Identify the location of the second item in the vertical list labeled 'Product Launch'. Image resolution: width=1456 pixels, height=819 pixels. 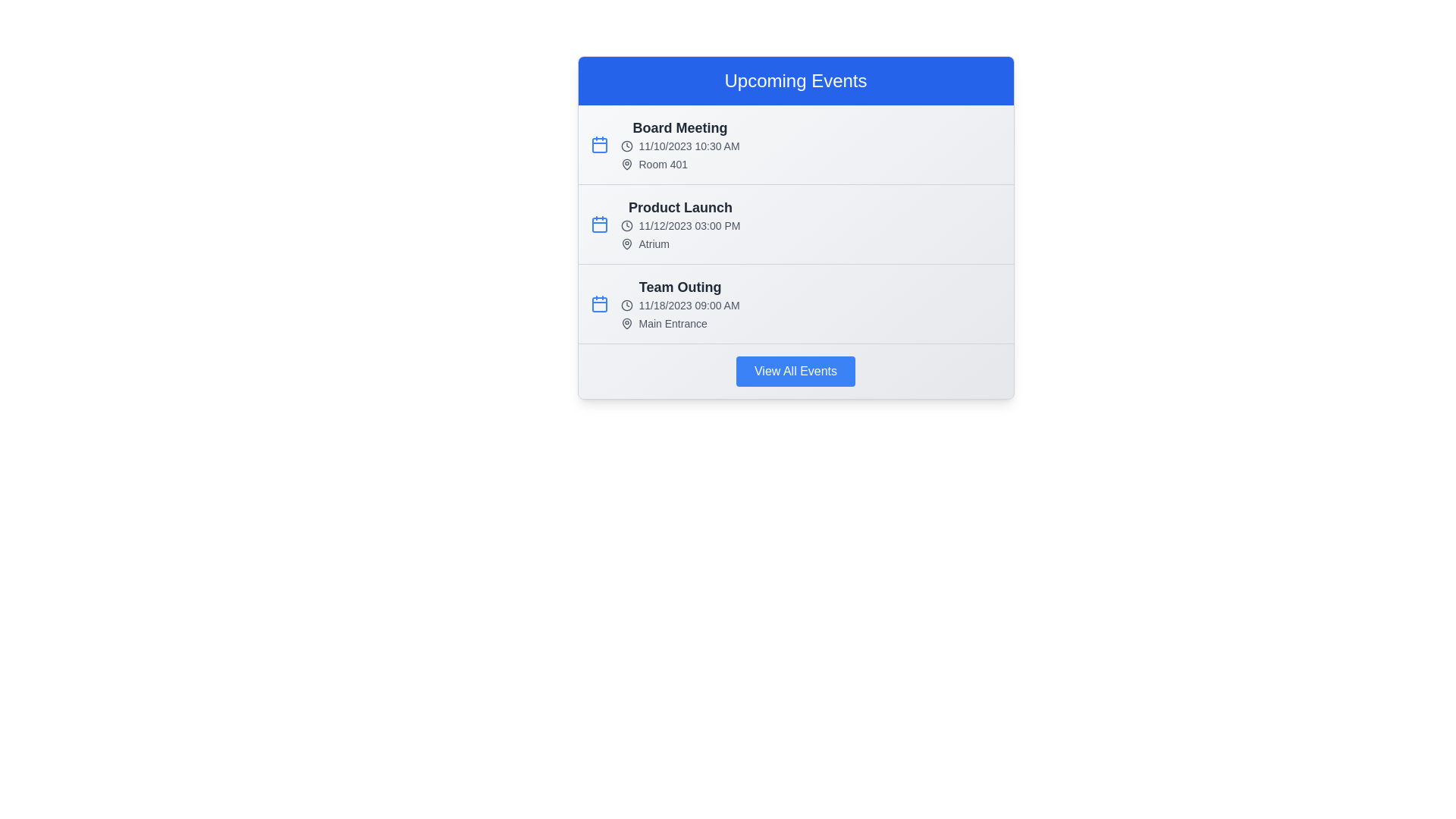
(795, 224).